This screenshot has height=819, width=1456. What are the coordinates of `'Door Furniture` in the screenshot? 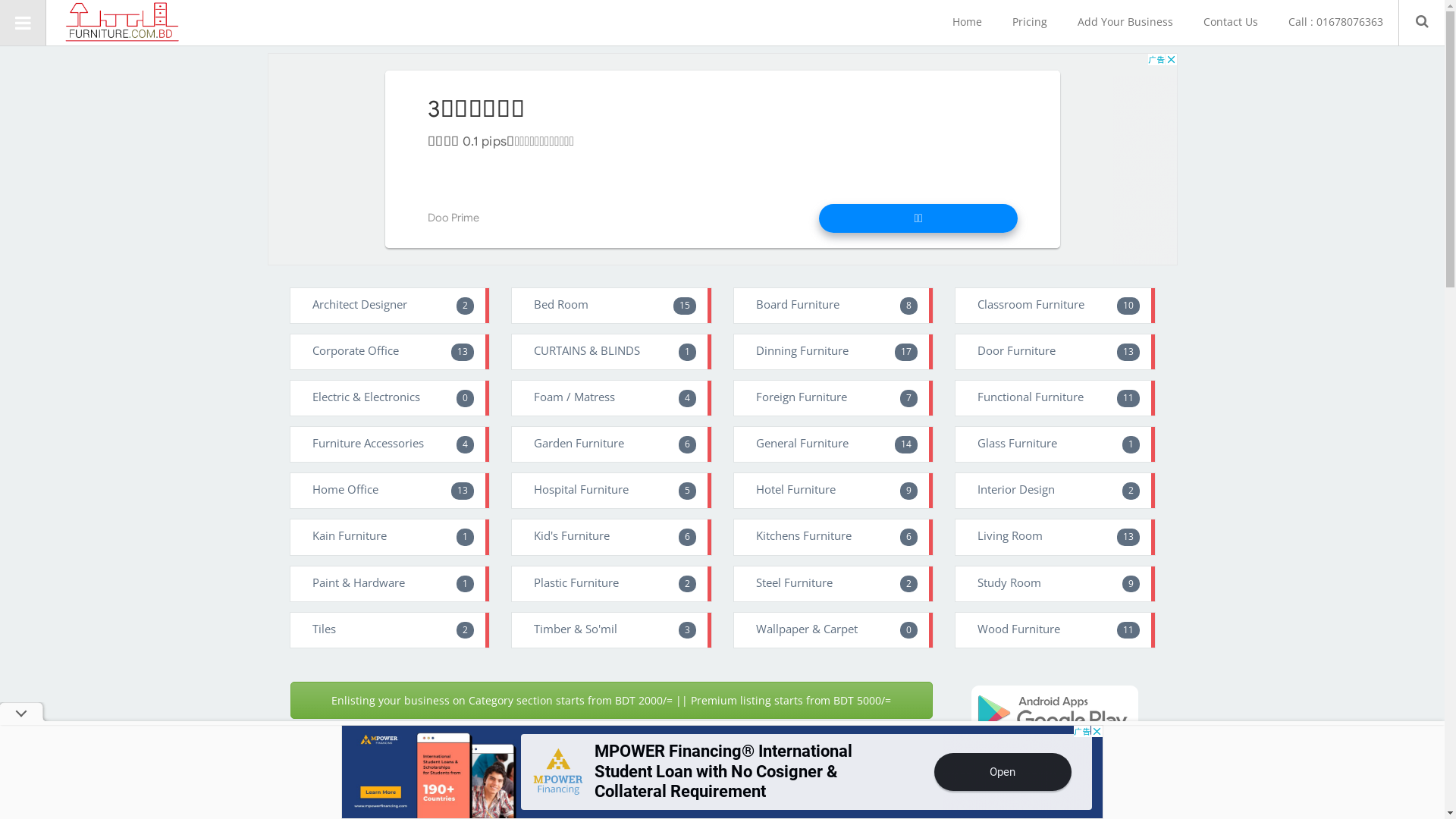 It's located at (1054, 351).